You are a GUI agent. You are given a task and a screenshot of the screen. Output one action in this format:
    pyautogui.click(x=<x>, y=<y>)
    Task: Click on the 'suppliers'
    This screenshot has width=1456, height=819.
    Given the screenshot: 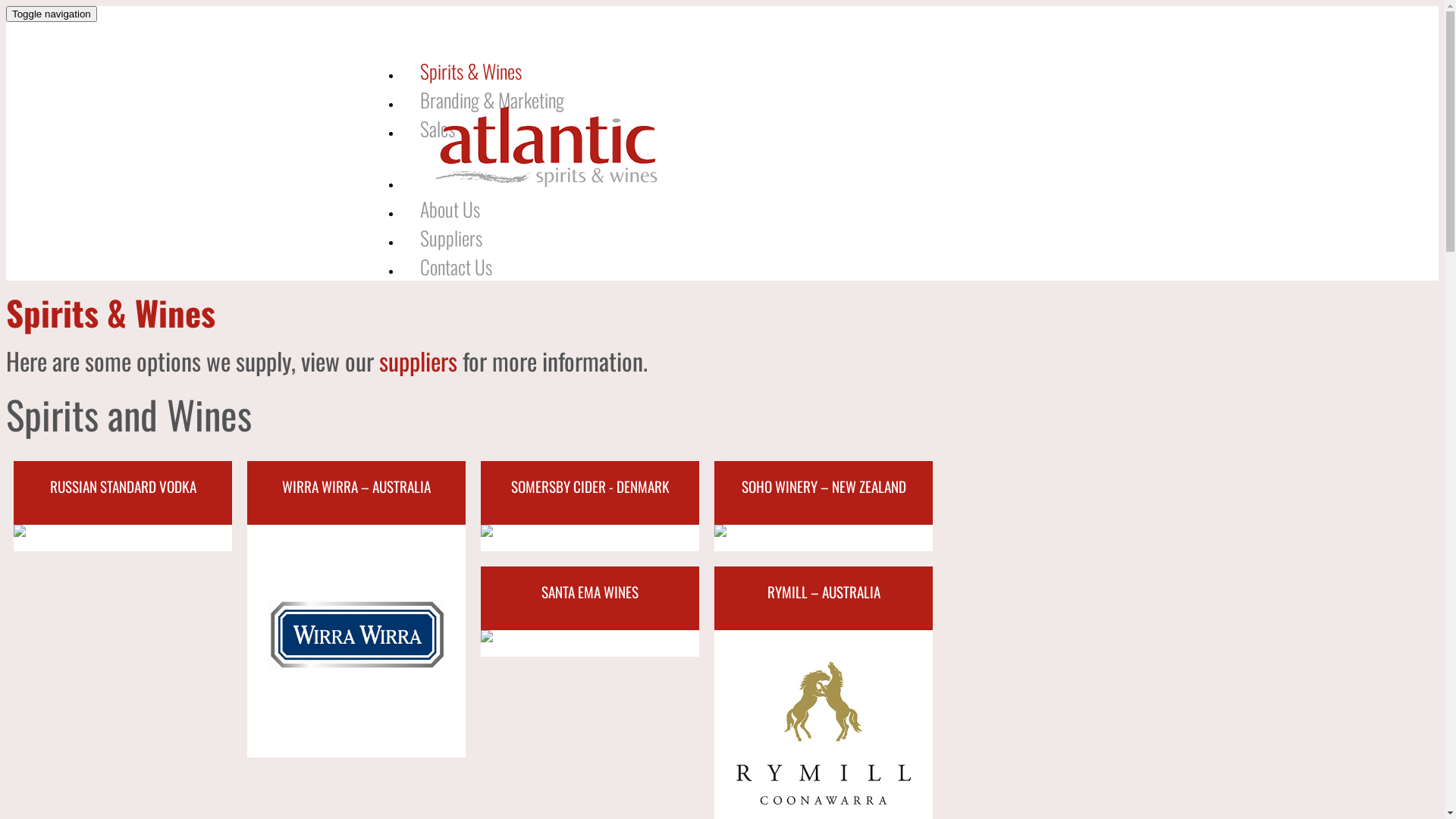 What is the action you would take?
    pyautogui.click(x=418, y=360)
    